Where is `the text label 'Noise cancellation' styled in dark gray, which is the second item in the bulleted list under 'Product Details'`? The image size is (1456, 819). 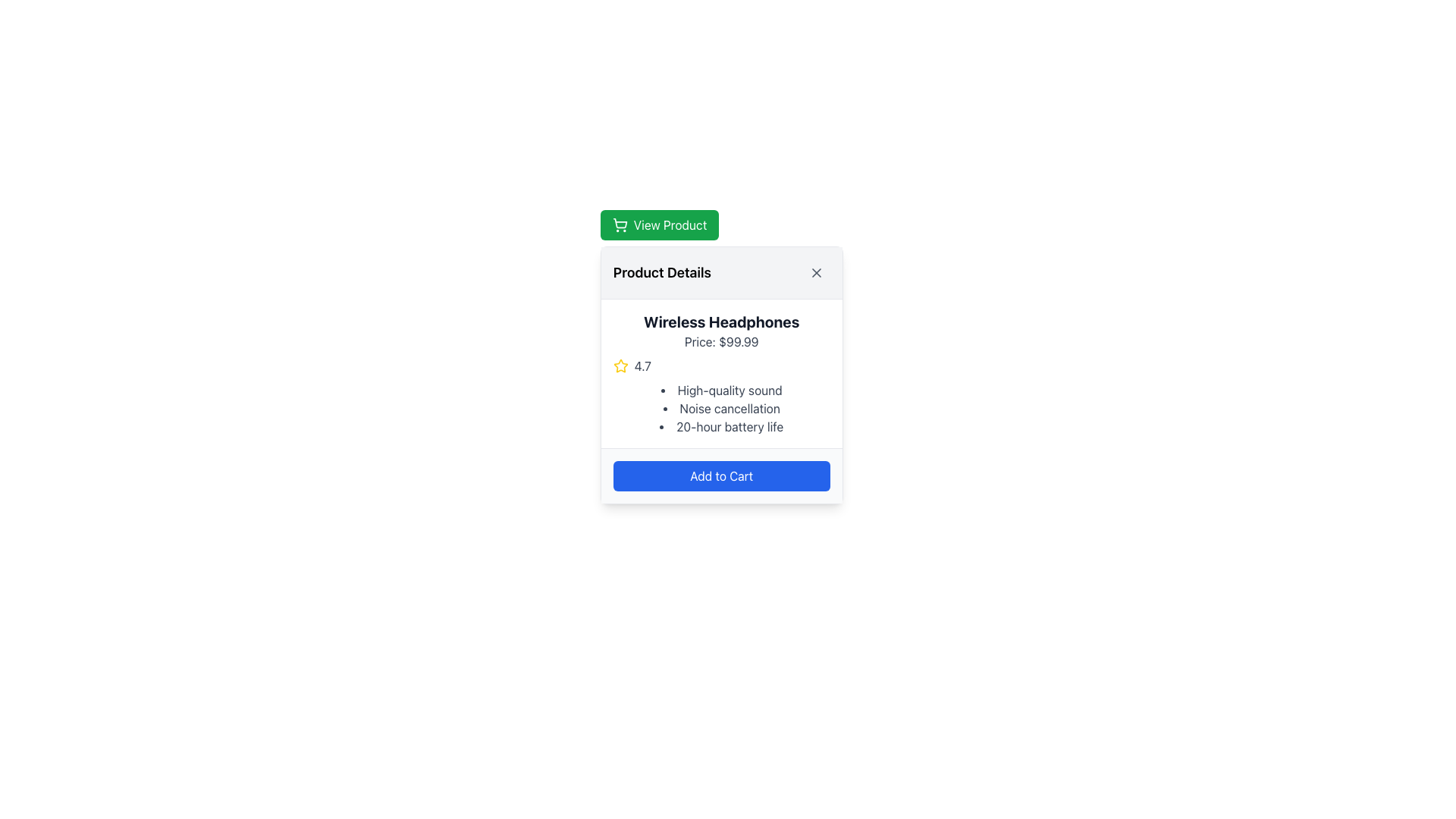
the text label 'Noise cancellation' styled in dark gray, which is the second item in the bulleted list under 'Product Details' is located at coordinates (720, 408).